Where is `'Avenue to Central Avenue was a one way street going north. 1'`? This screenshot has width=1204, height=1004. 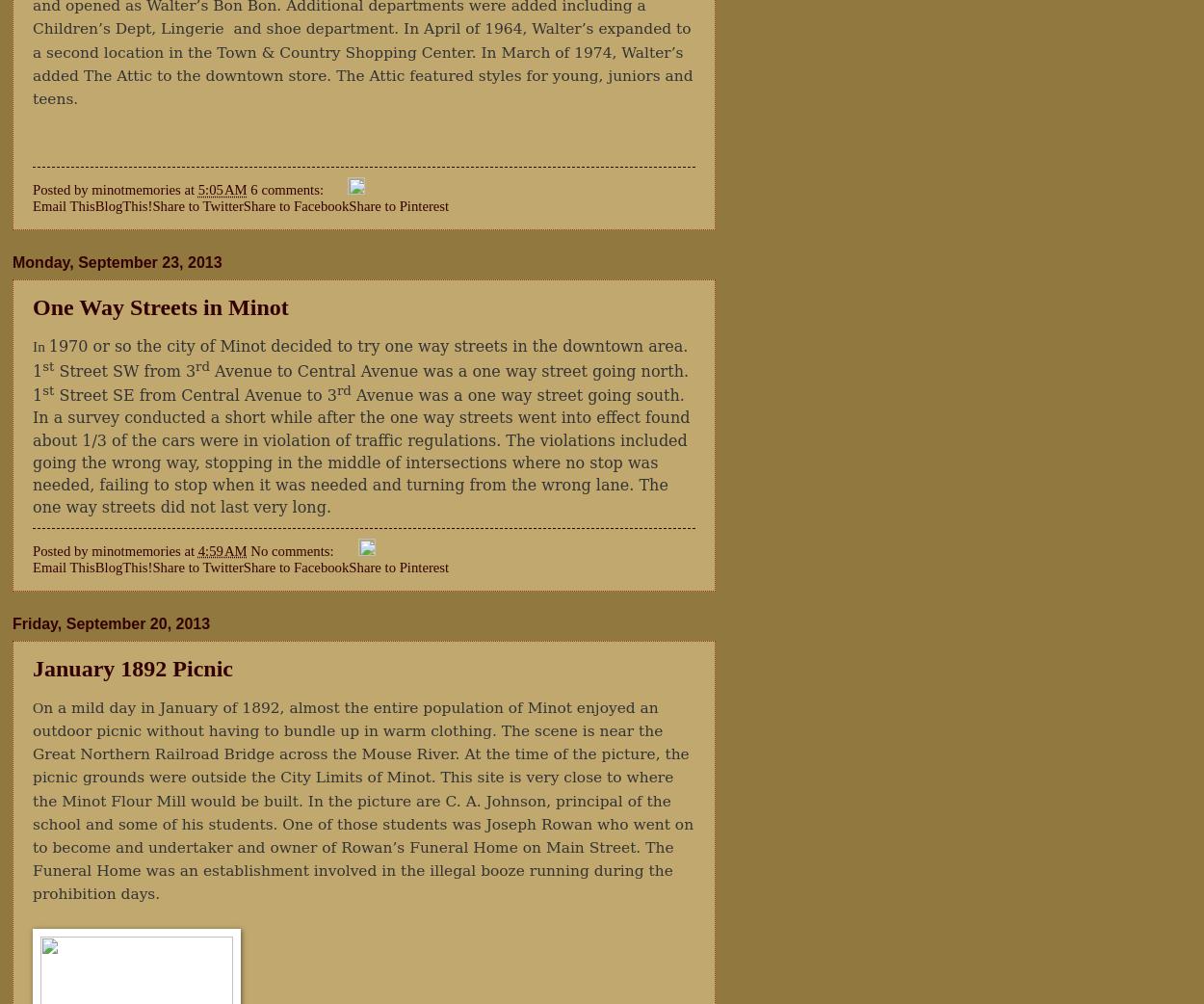
'Avenue to Central Avenue was a one way street going north. 1' is located at coordinates (359, 382).